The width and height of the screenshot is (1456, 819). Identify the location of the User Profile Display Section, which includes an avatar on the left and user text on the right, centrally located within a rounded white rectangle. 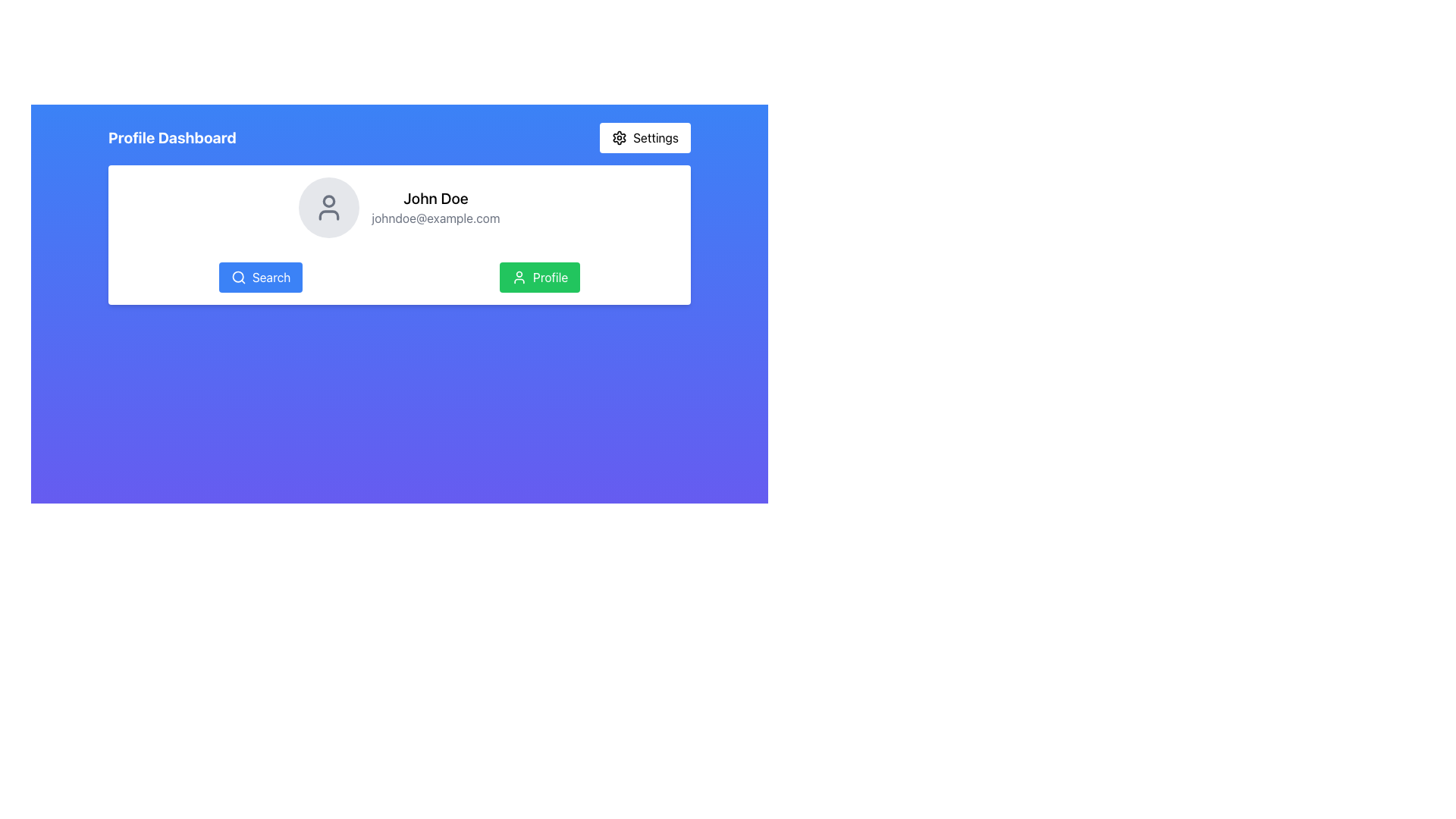
(400, 207).